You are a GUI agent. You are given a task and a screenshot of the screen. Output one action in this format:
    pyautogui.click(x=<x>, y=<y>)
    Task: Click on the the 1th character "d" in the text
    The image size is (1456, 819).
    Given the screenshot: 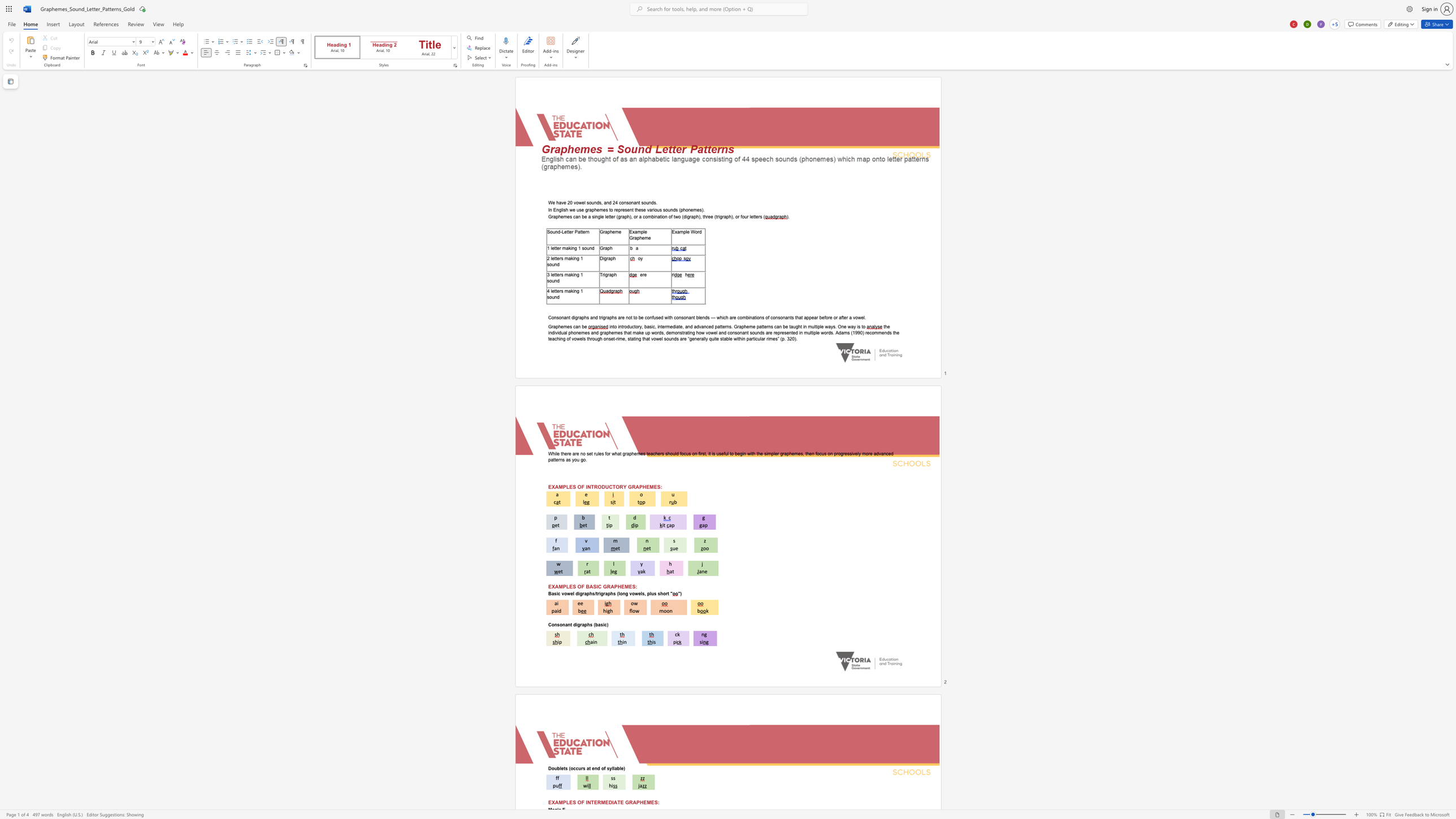 What is the action you would take?
    pyautogui.click(x=597, y=202)
    